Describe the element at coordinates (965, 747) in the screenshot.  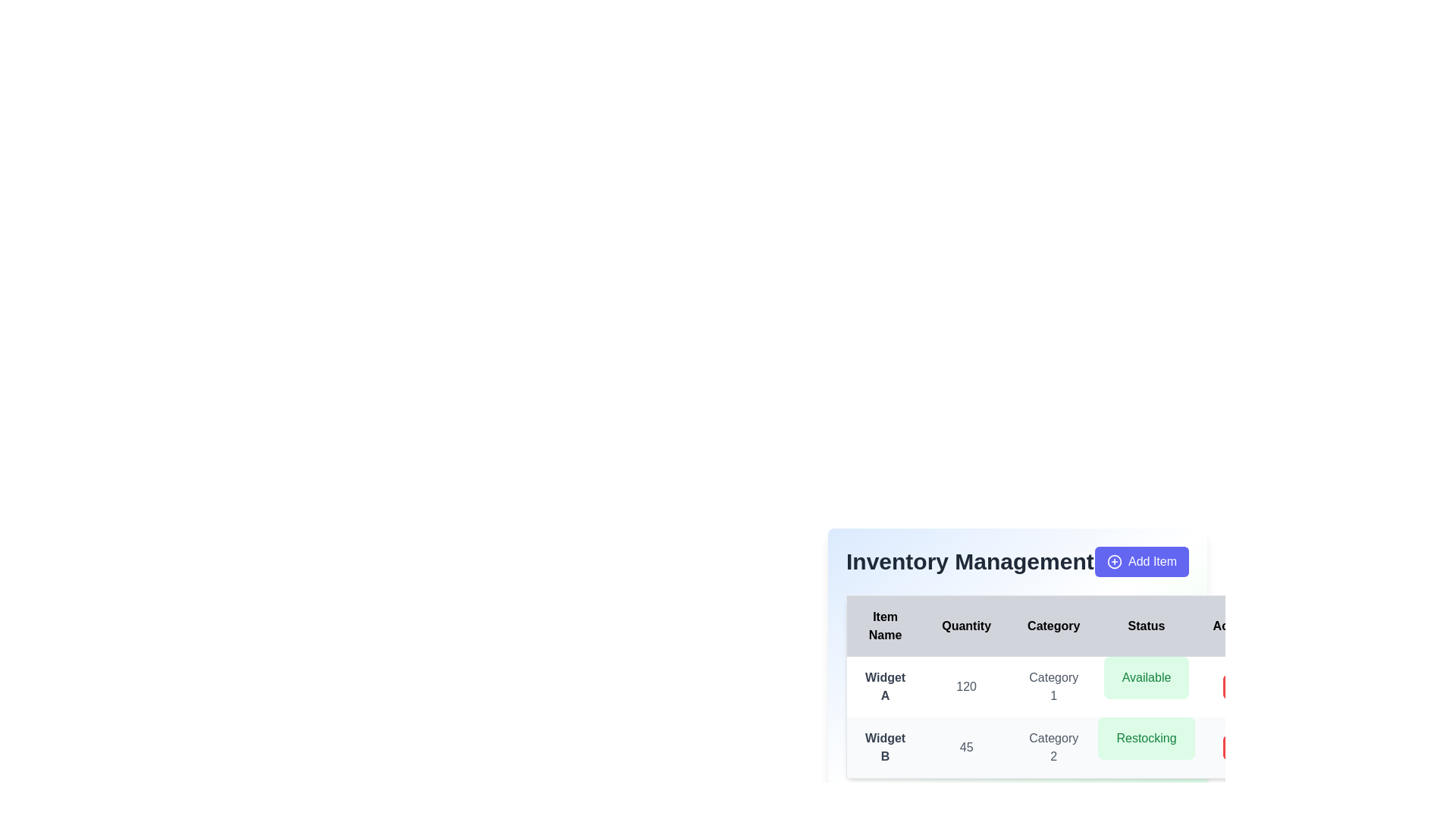
I see `text value '45' from the text component in the second column of the second row of the data table` at that location.